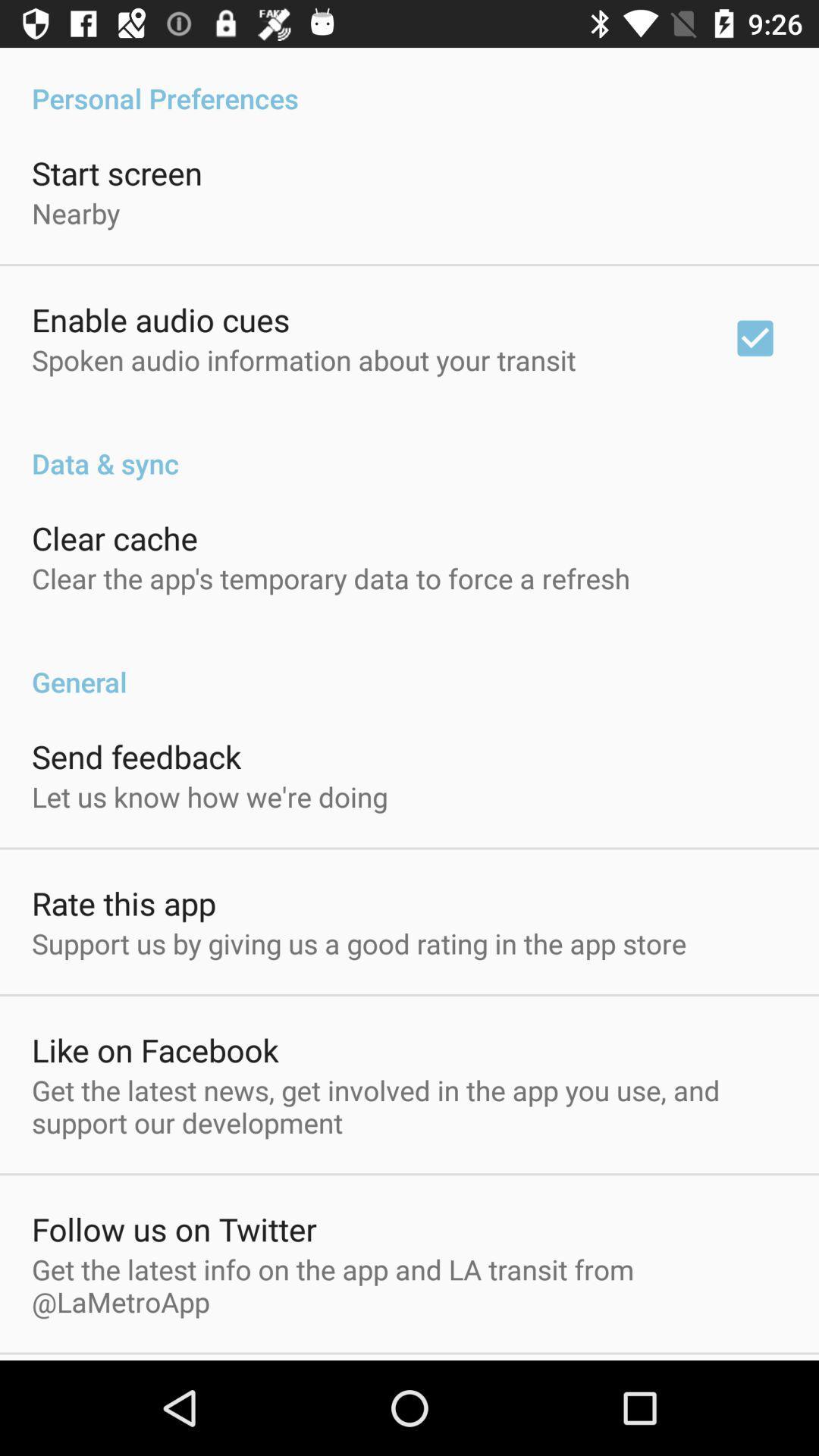  I want to click on item to the right of spoken audio information item, so click(755, 337).